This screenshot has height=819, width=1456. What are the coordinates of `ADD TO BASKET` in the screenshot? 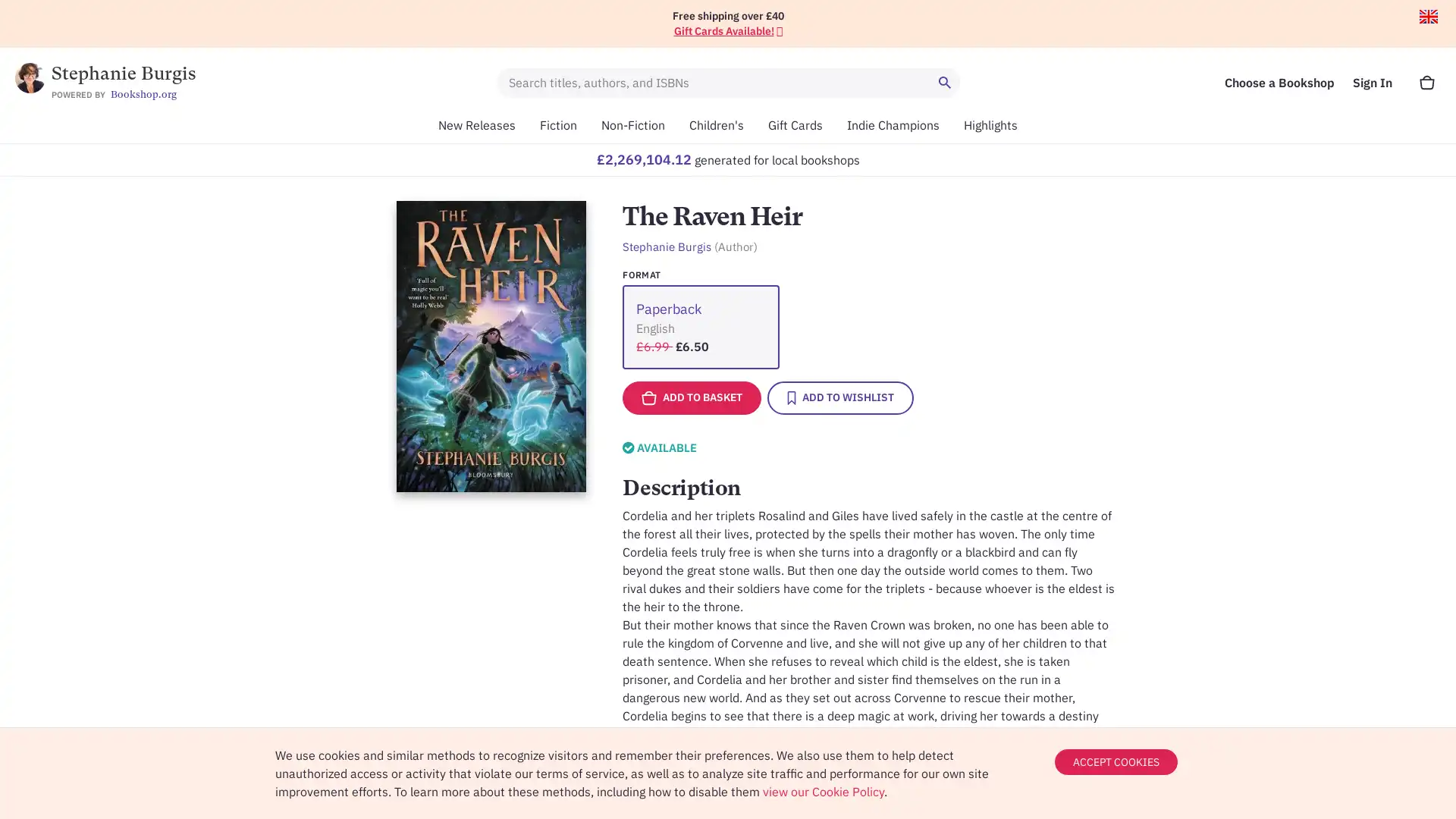 It's located at (695, 397).